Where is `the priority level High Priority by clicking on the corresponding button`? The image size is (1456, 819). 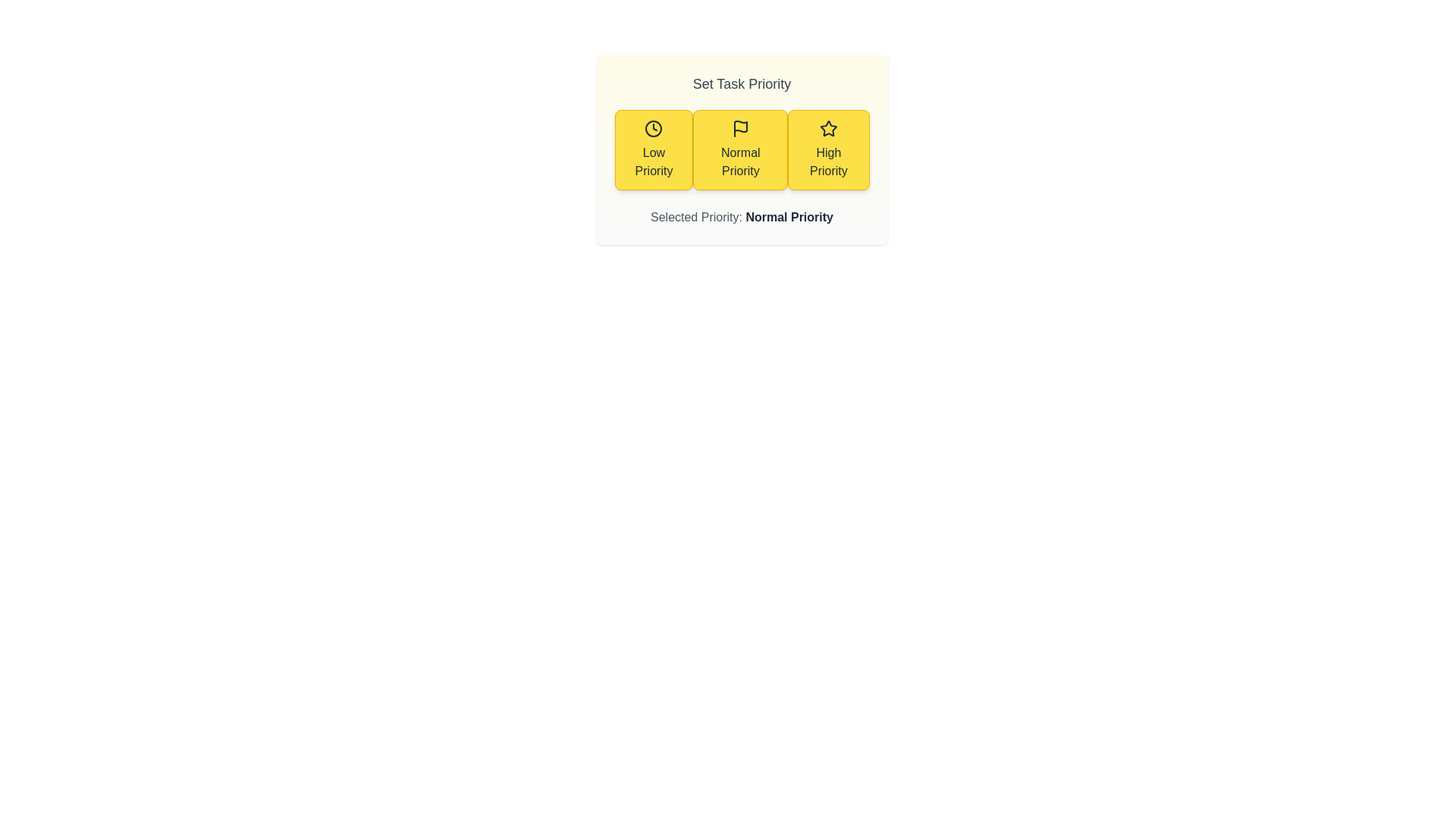 the priority level High Priority by clicking on the corresponding button is located at coordinates (828, 149).